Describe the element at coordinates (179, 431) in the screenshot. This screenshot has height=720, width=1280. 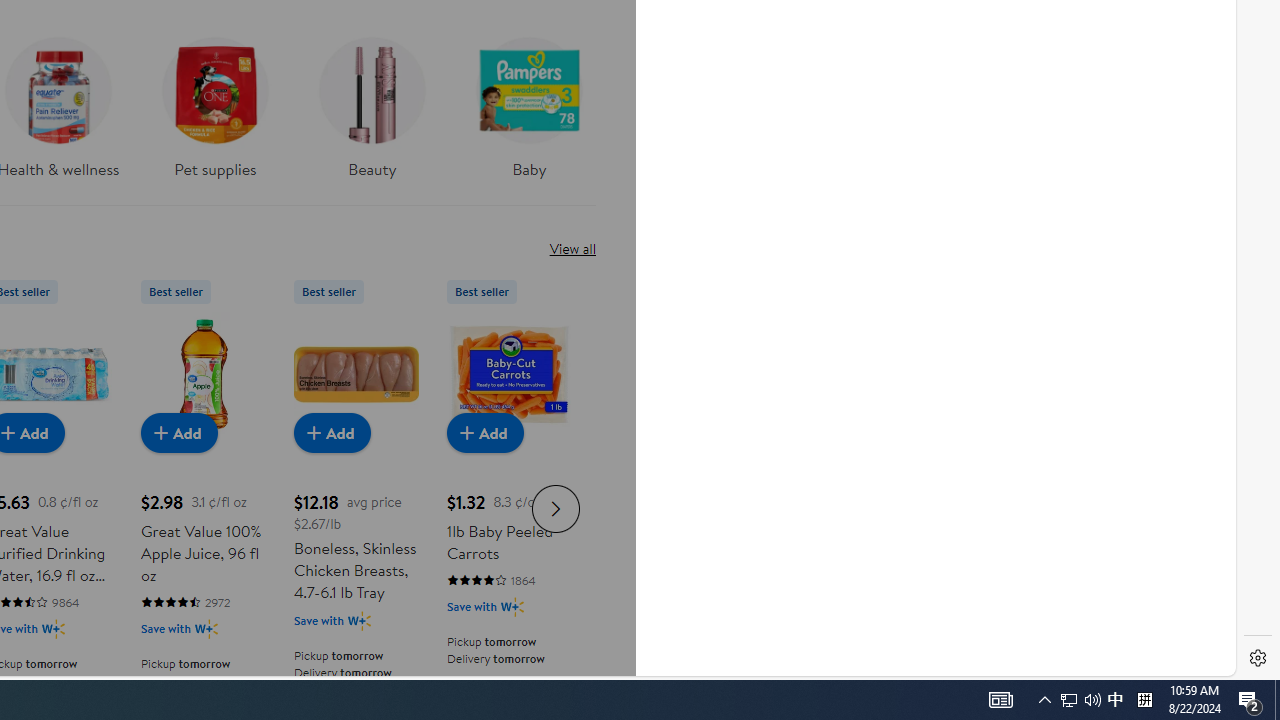
I see `'Add to cart - Great Value 100% Apple Juice, 96 fl oz'` at that location.